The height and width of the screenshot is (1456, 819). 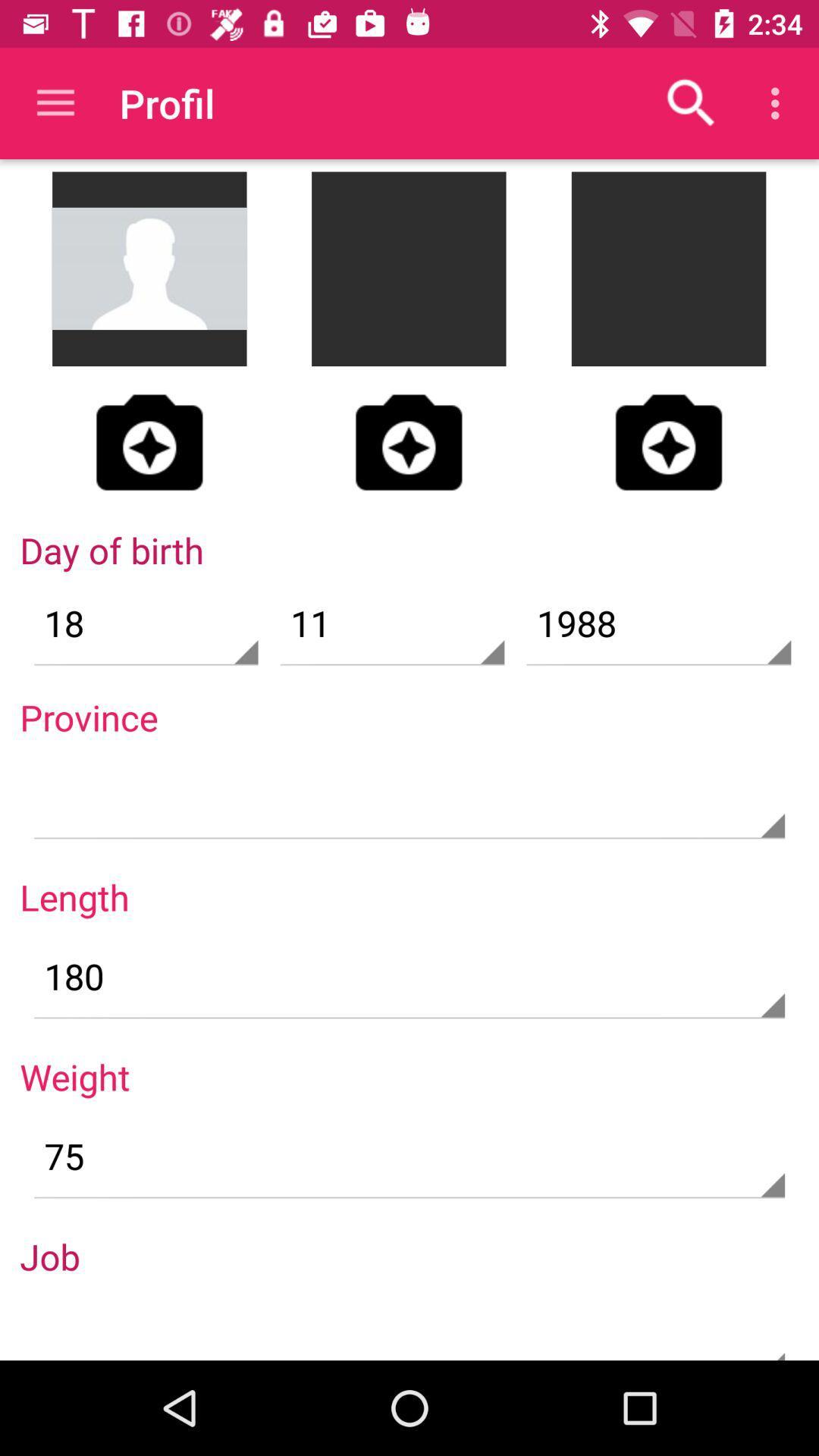 What do you see at coordinates (668, 441) in the screenshot?
I see `the photo icon` at bounding box center [668, 441].